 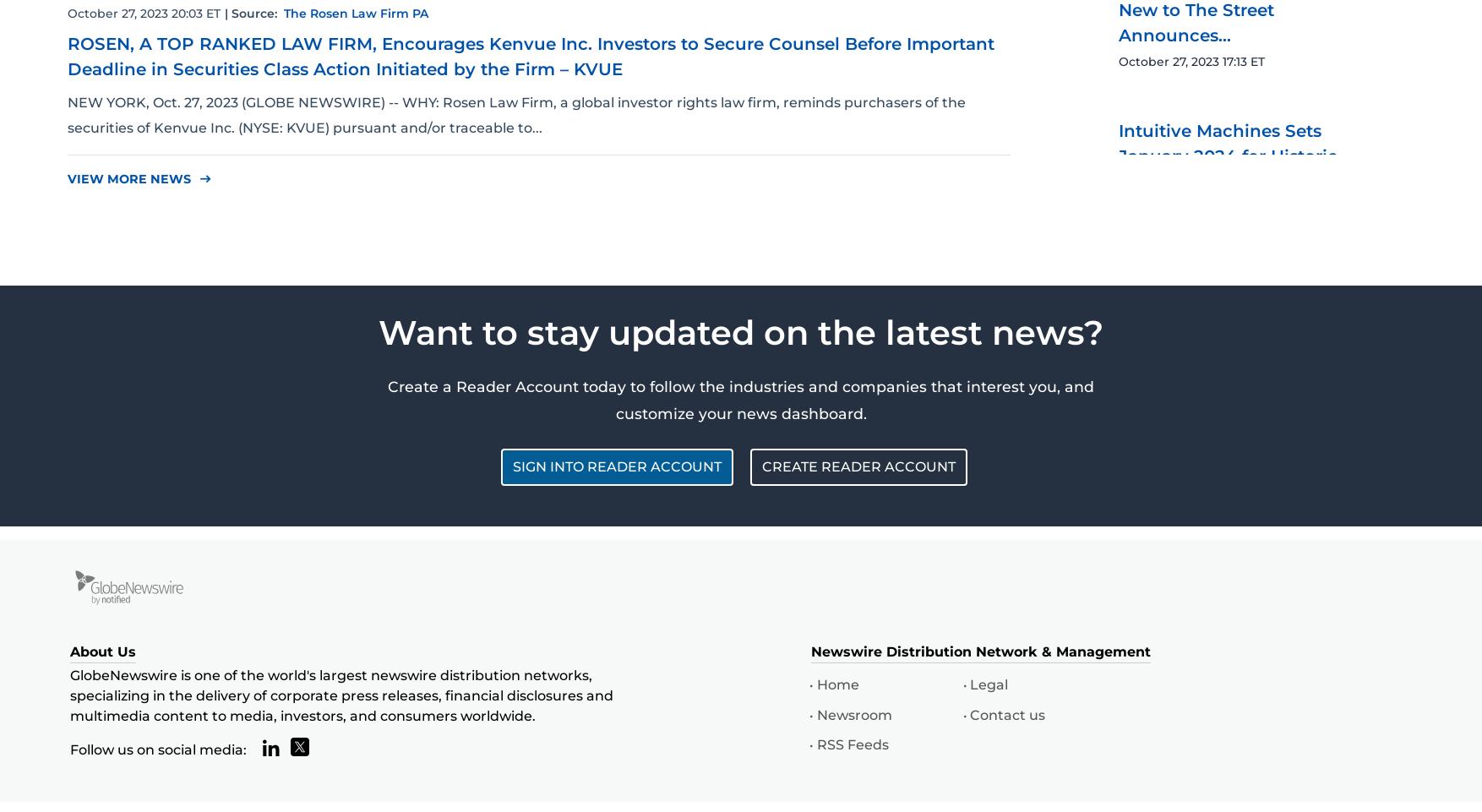 What do you see at coordinates (853, 714) in the screenshot?
I see `'Newsroom'` at bounding box center [853, 714].